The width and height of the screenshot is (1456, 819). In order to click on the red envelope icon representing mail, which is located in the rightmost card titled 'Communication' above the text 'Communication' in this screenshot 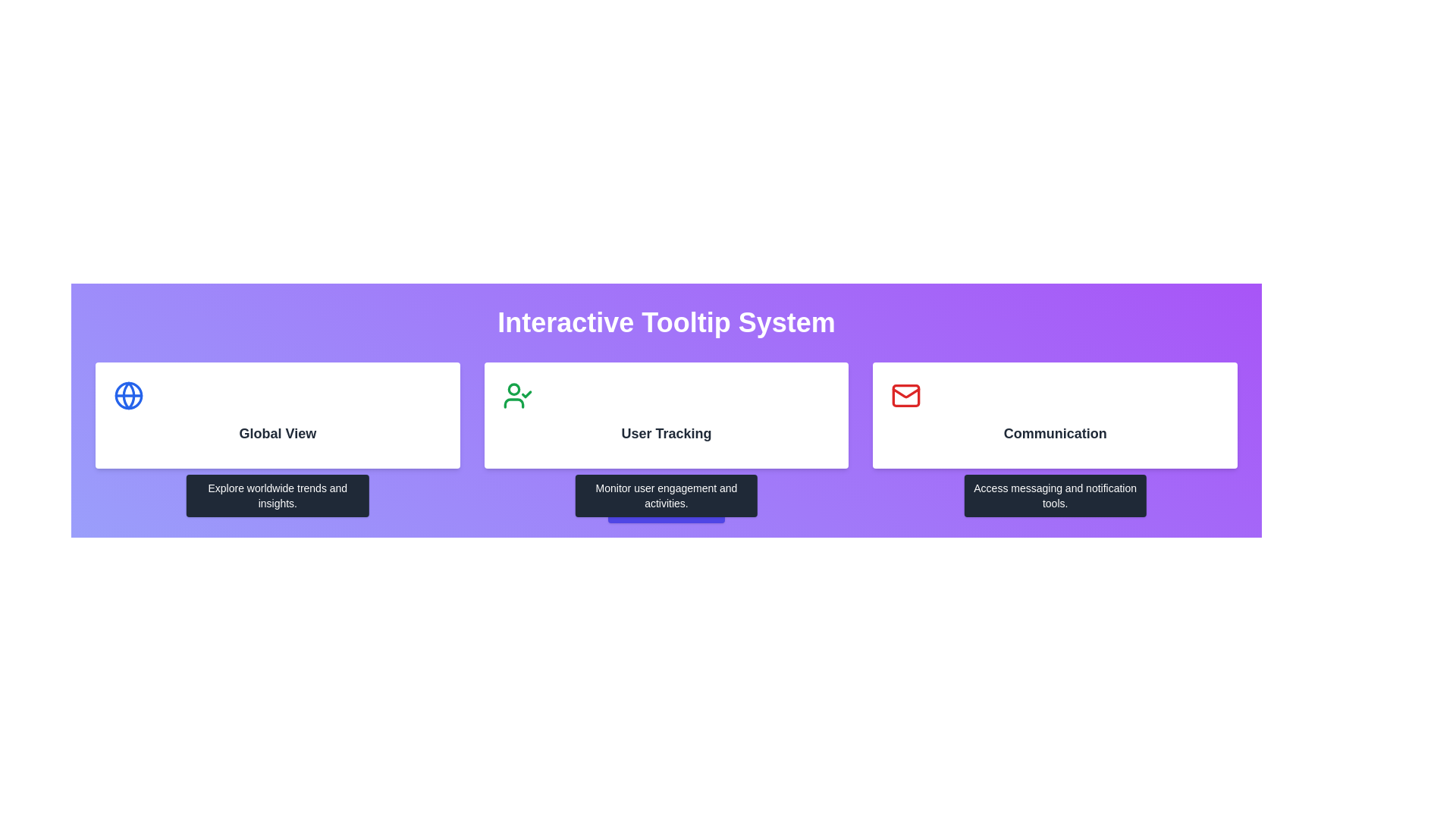, I will do `click(906, 394)`.